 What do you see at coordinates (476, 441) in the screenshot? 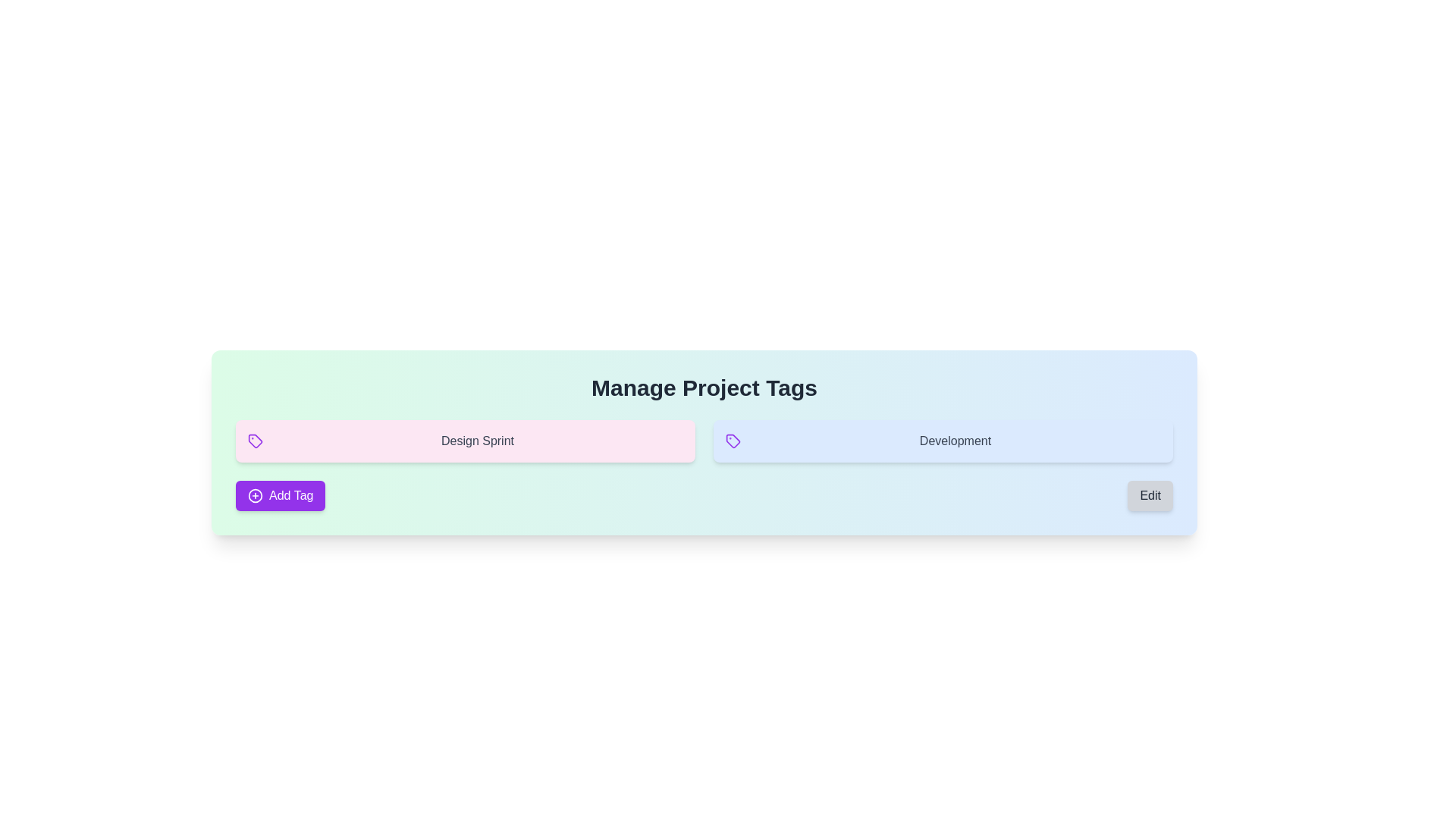
I see `the static text label that represents a specific tag or category, positioned to the right of the purple tag icon within the pink background` at bounding box center [476, 441].